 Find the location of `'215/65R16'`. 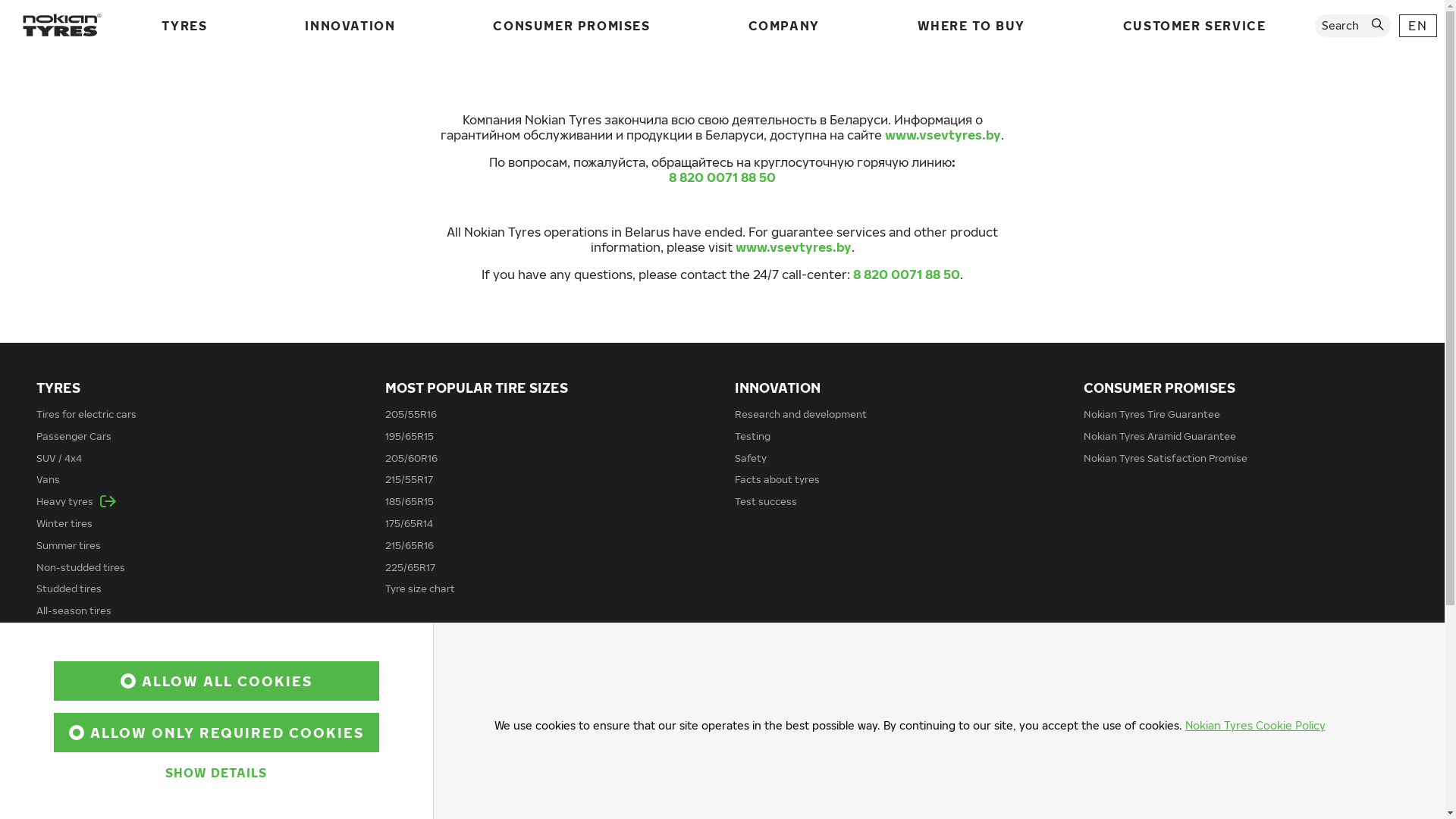

'215/65R16' is located at coordinates (409, 544).